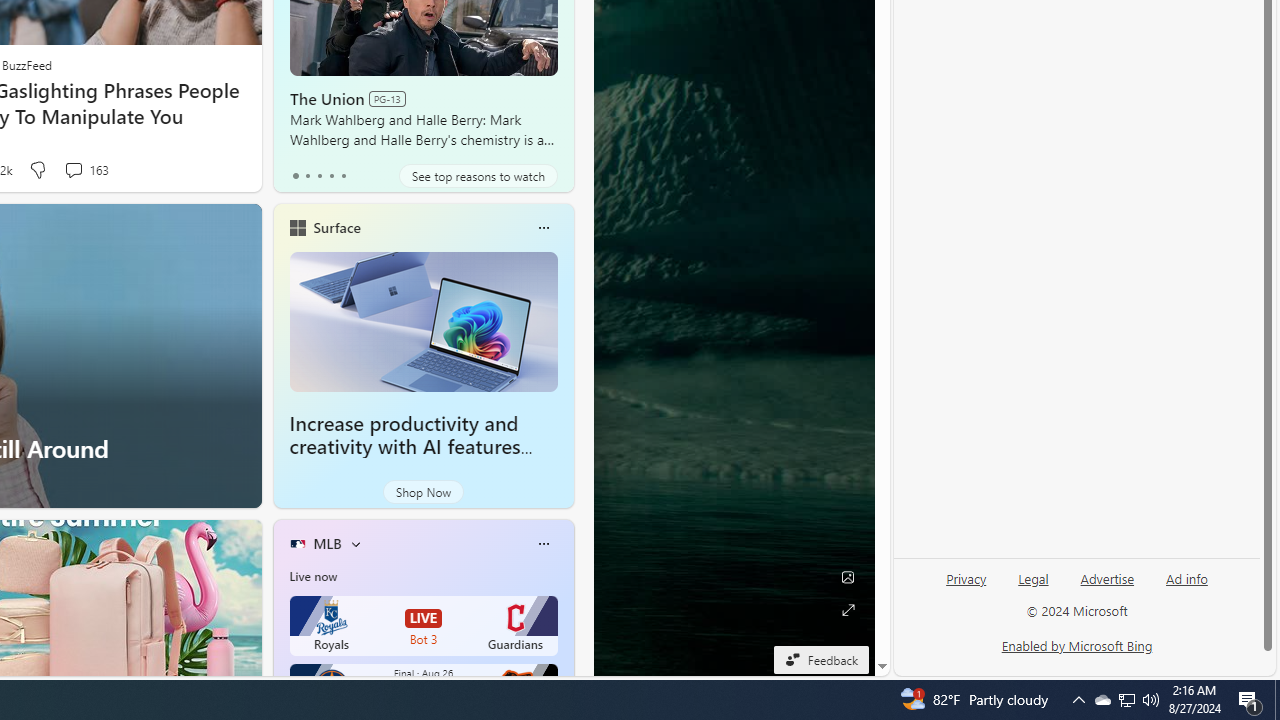 Image resolution: width=1280 pixels, height=720 pixels. Describe the element at coordinates (294, 175) in the screenshot. I see `'tab-0'` at that location.